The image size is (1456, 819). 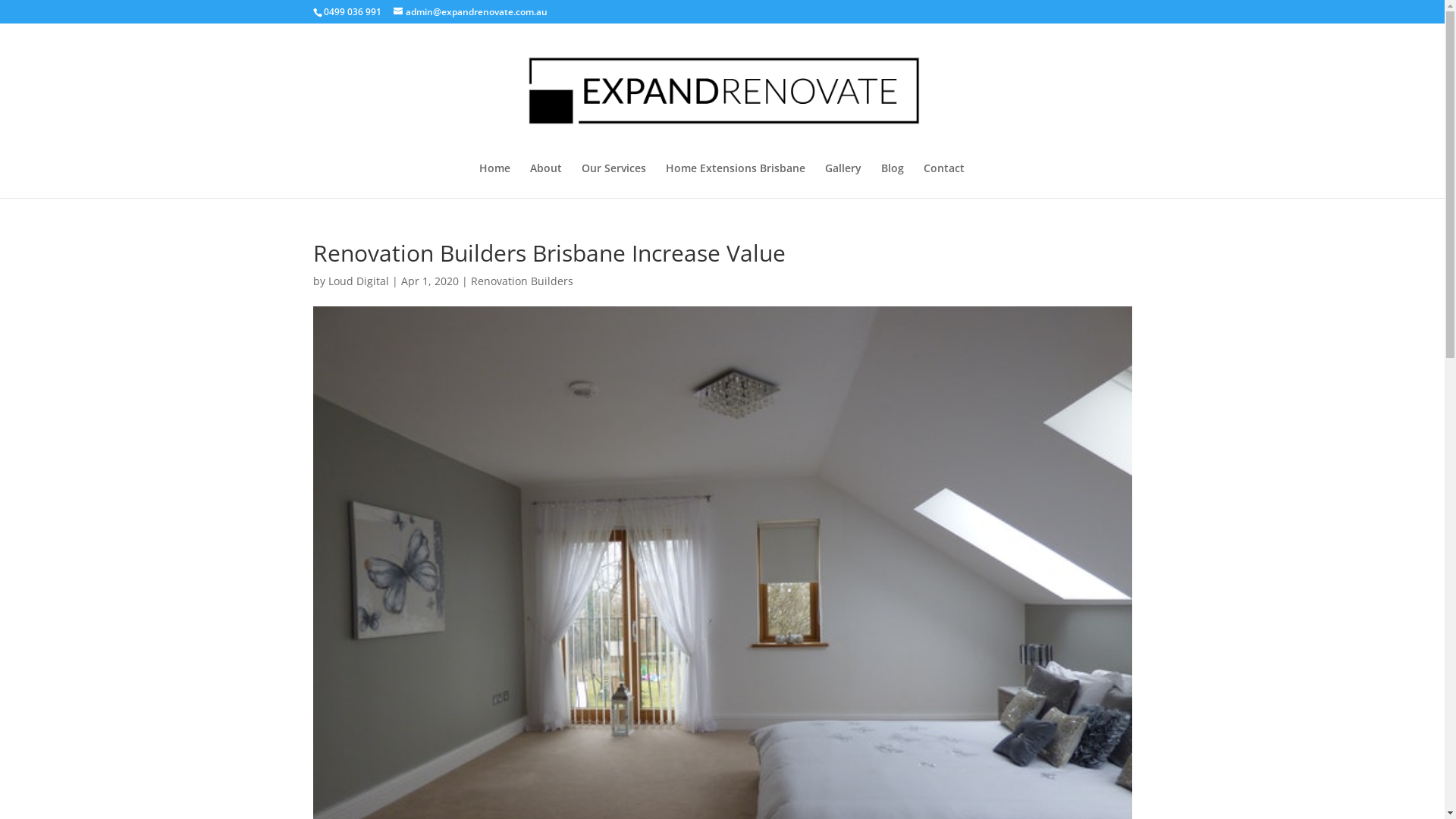 I want to click on 'Renovation Builders', so click(x=521, y=281).